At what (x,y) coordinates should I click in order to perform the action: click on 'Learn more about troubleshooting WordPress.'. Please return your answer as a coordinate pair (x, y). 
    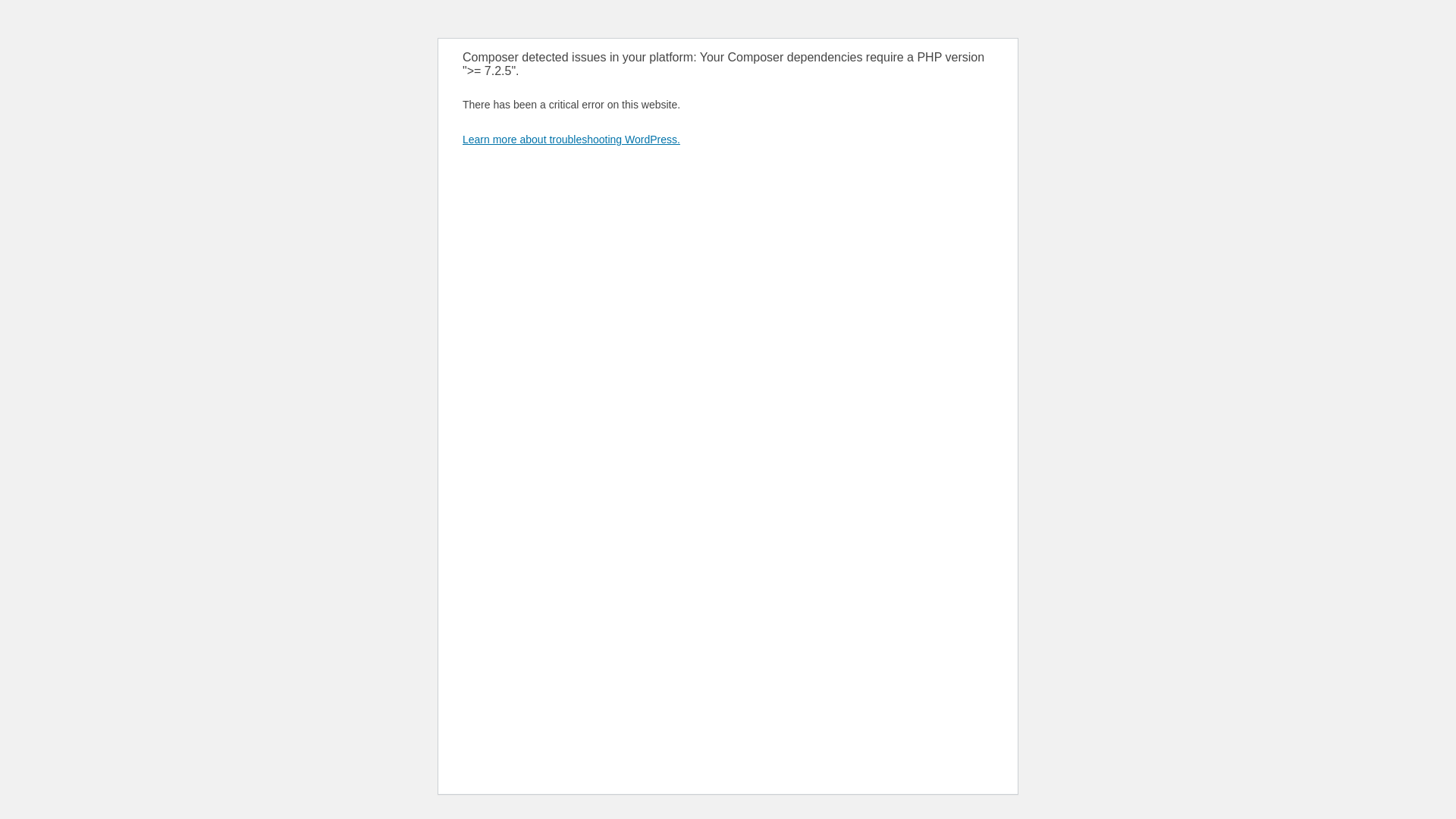
    Looking at the image, I should click on (570, 140).